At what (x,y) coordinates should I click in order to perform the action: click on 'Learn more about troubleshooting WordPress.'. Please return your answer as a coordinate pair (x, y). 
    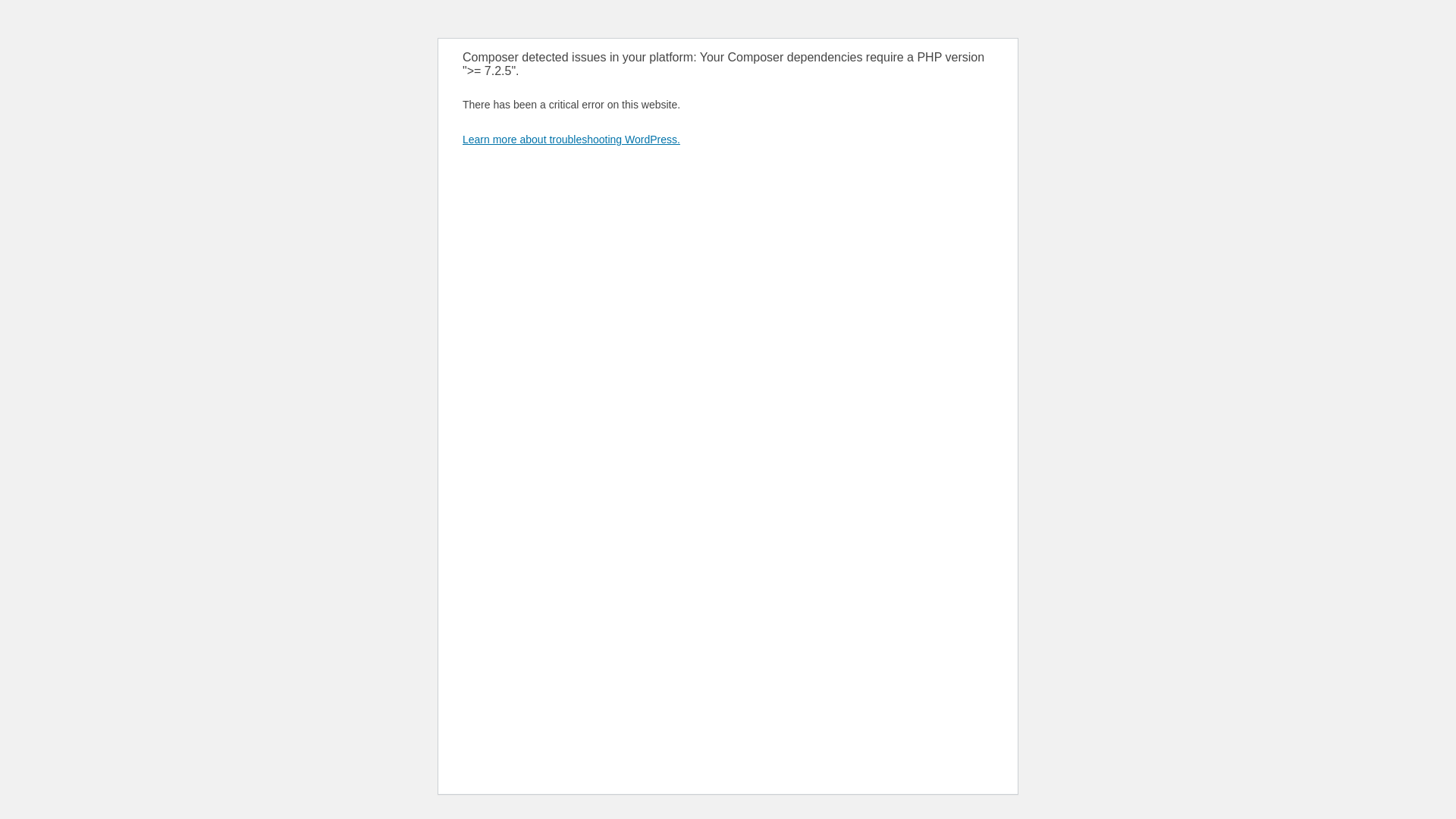
    Looking at the image, I should click on (570, 140).